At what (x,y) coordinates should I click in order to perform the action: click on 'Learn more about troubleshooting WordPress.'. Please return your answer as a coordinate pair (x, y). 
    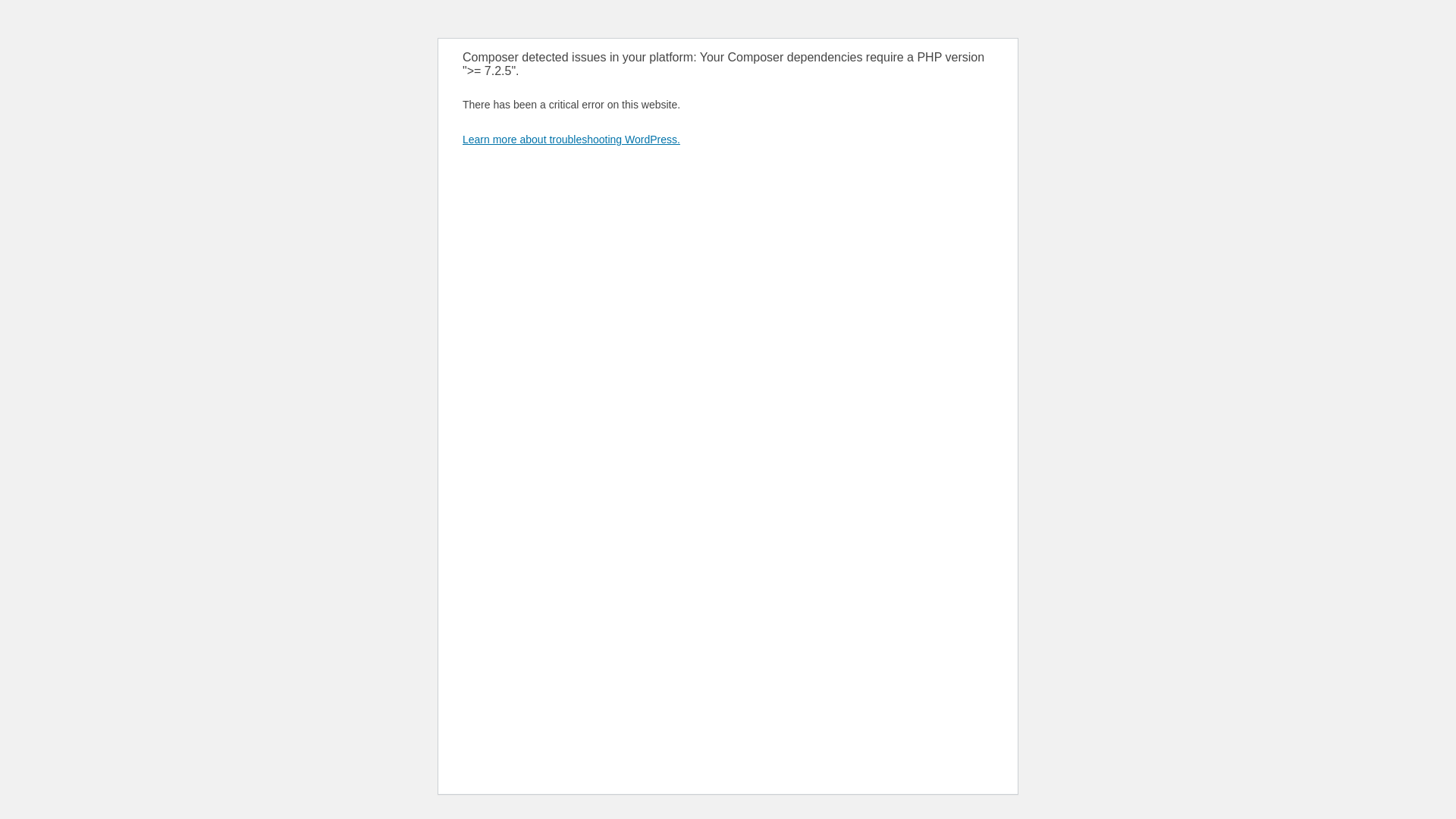
    Looking at the image, I should click on (570, 140).